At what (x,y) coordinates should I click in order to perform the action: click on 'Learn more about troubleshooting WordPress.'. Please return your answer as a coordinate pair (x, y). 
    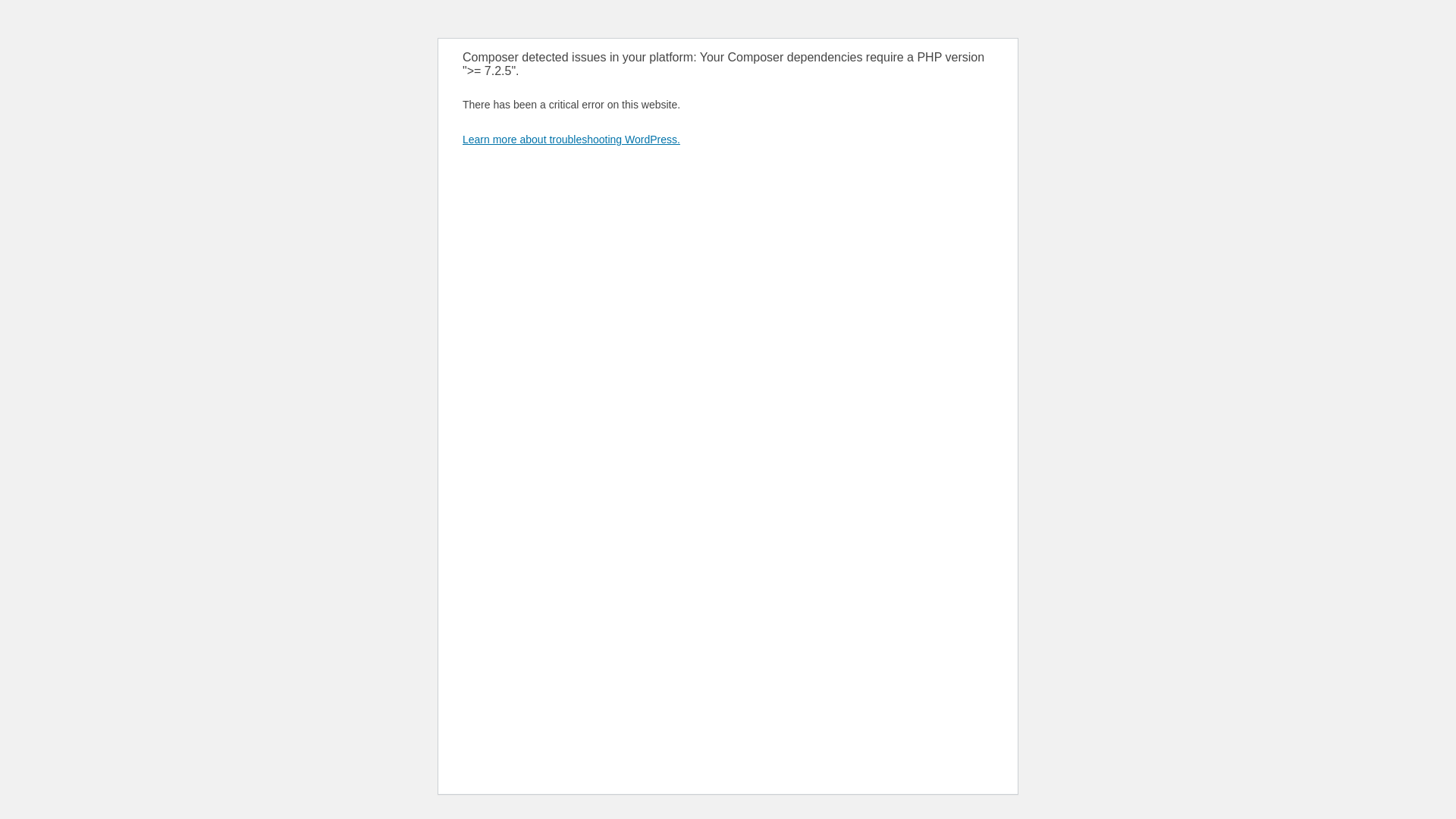
    Looking at the image, I should click on (570, 140).